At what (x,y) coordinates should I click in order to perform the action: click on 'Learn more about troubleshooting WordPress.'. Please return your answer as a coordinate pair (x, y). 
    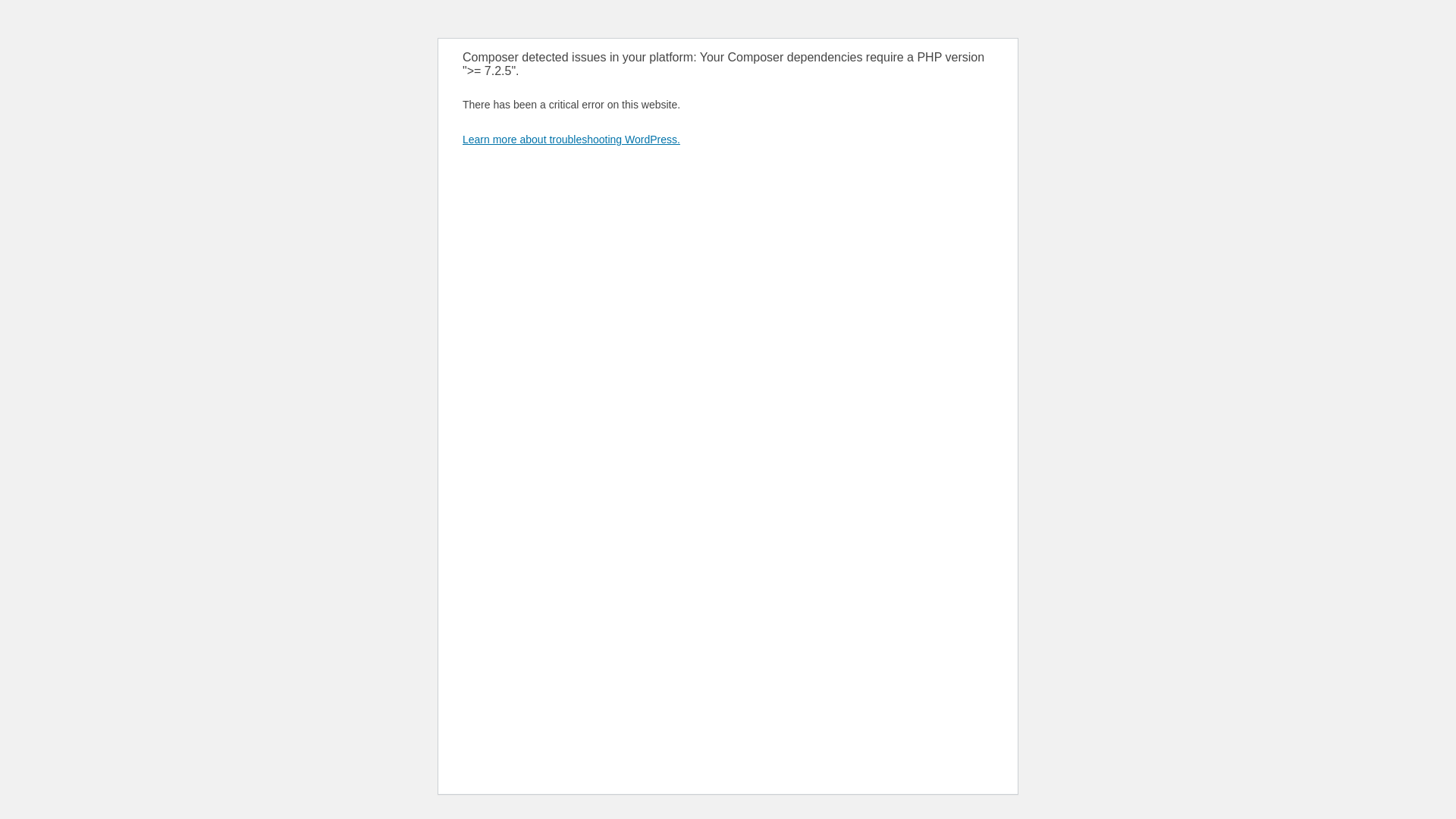
    Looking at the image, I should click on (570, 140).